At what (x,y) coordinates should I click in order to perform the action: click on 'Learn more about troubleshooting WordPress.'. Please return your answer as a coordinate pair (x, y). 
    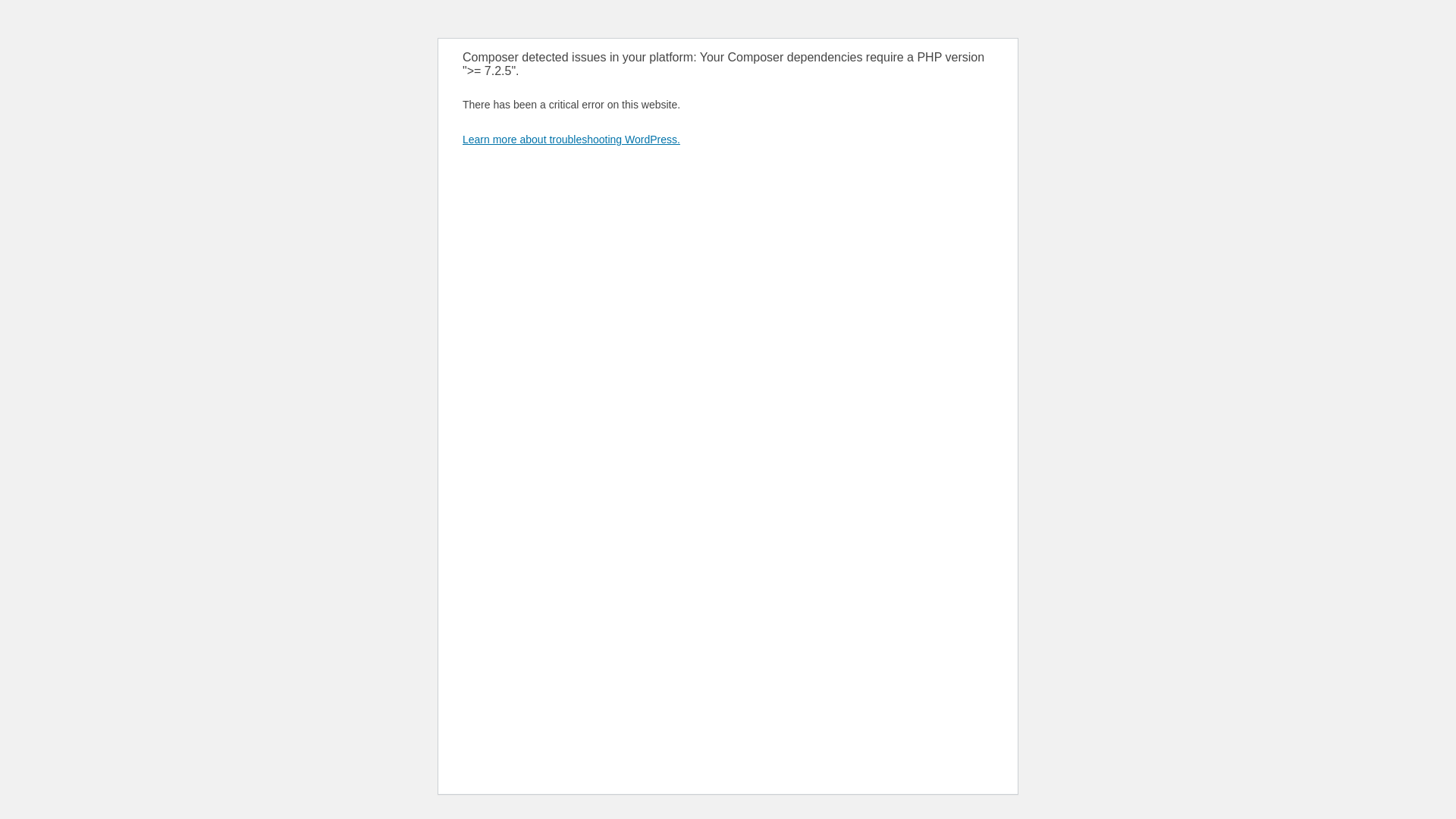
    Looking at the image, I should click on (570, 140).